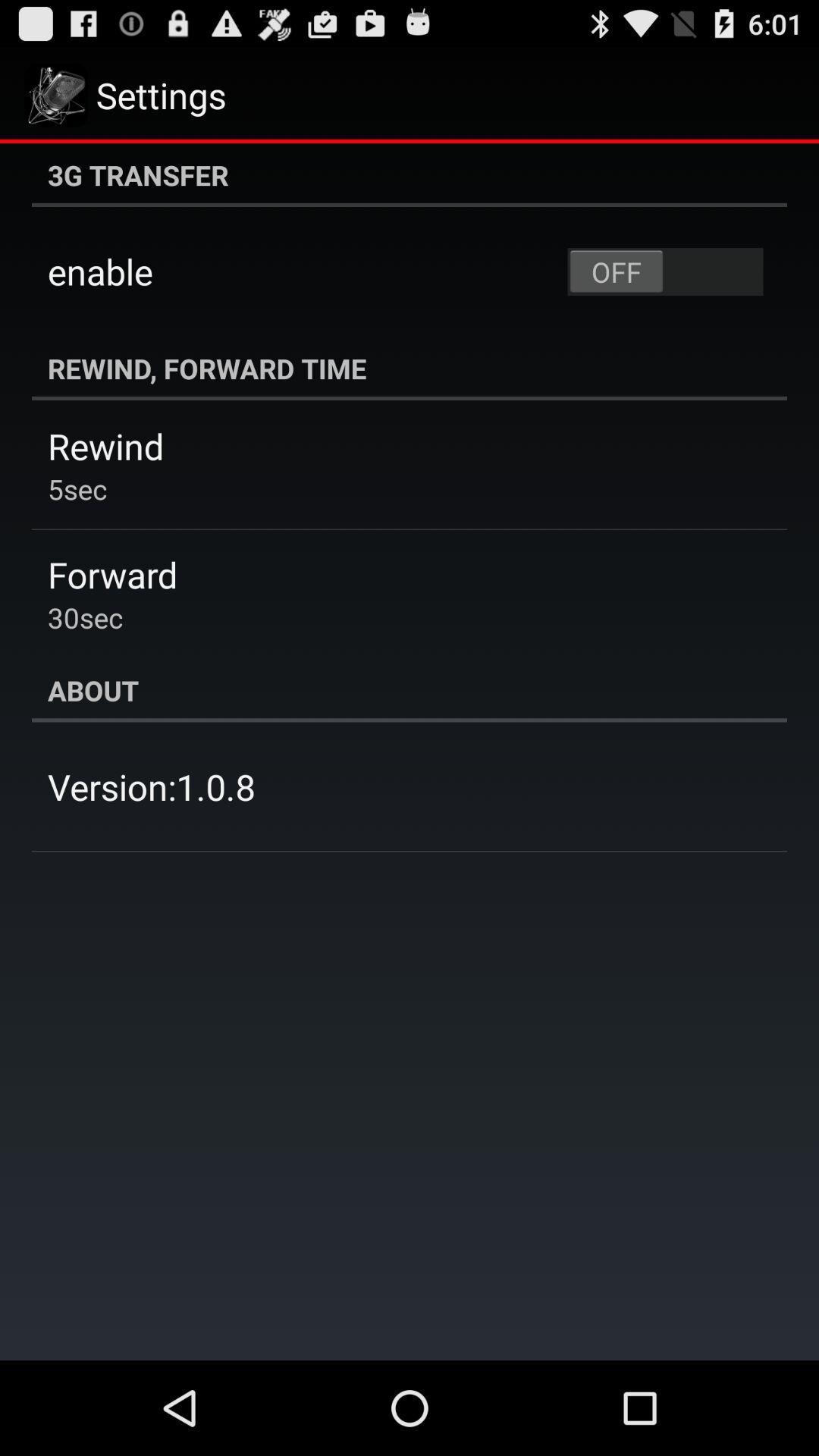  Describe the element at coordinates (409, 368) in the screenshot. I see `the app above rewind item` at that location.